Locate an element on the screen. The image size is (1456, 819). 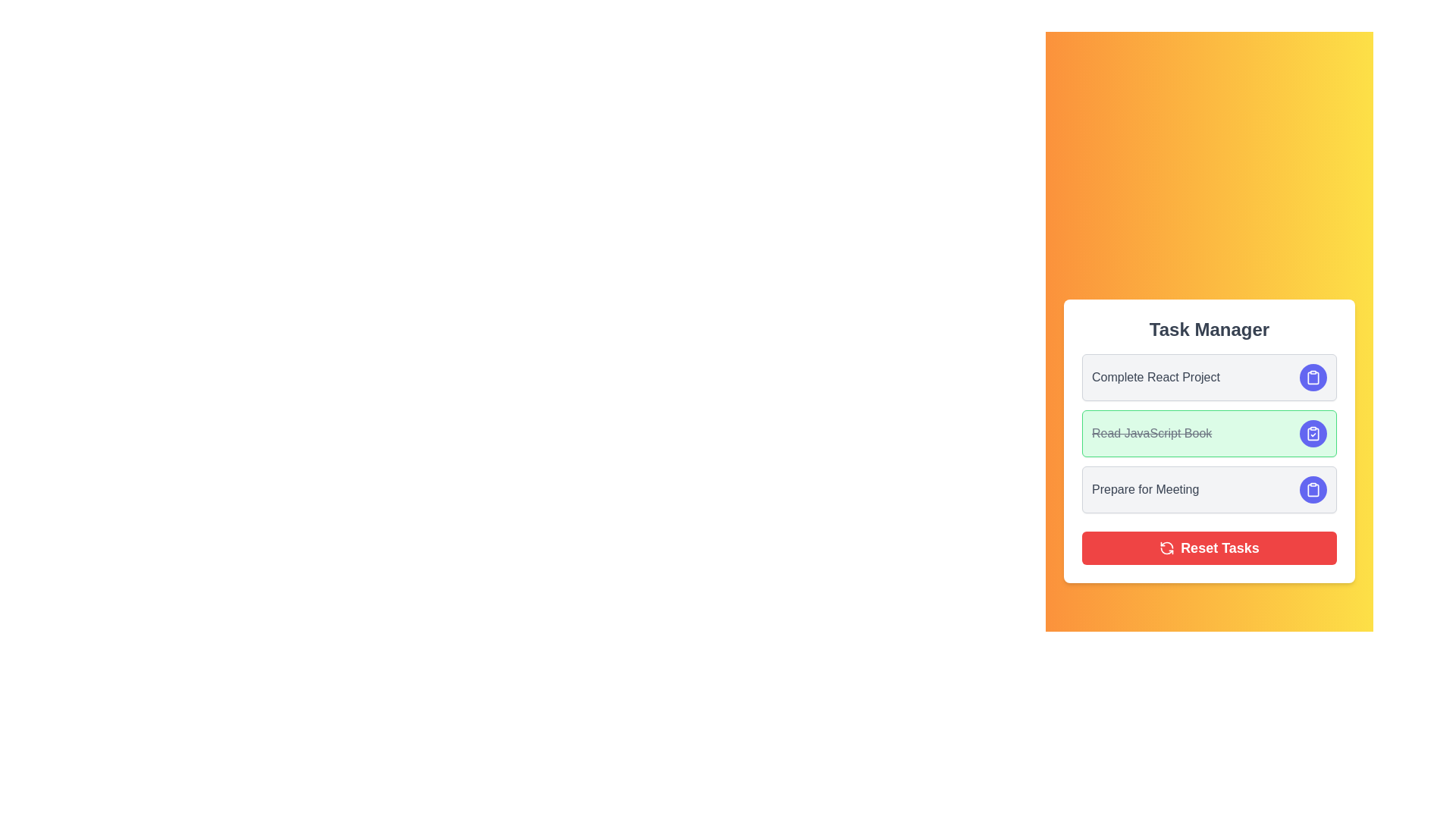
the clipboard icon within the indigo circular button associated with the task 'Read JavaScript Book' is located at coordinates (1313, 489).